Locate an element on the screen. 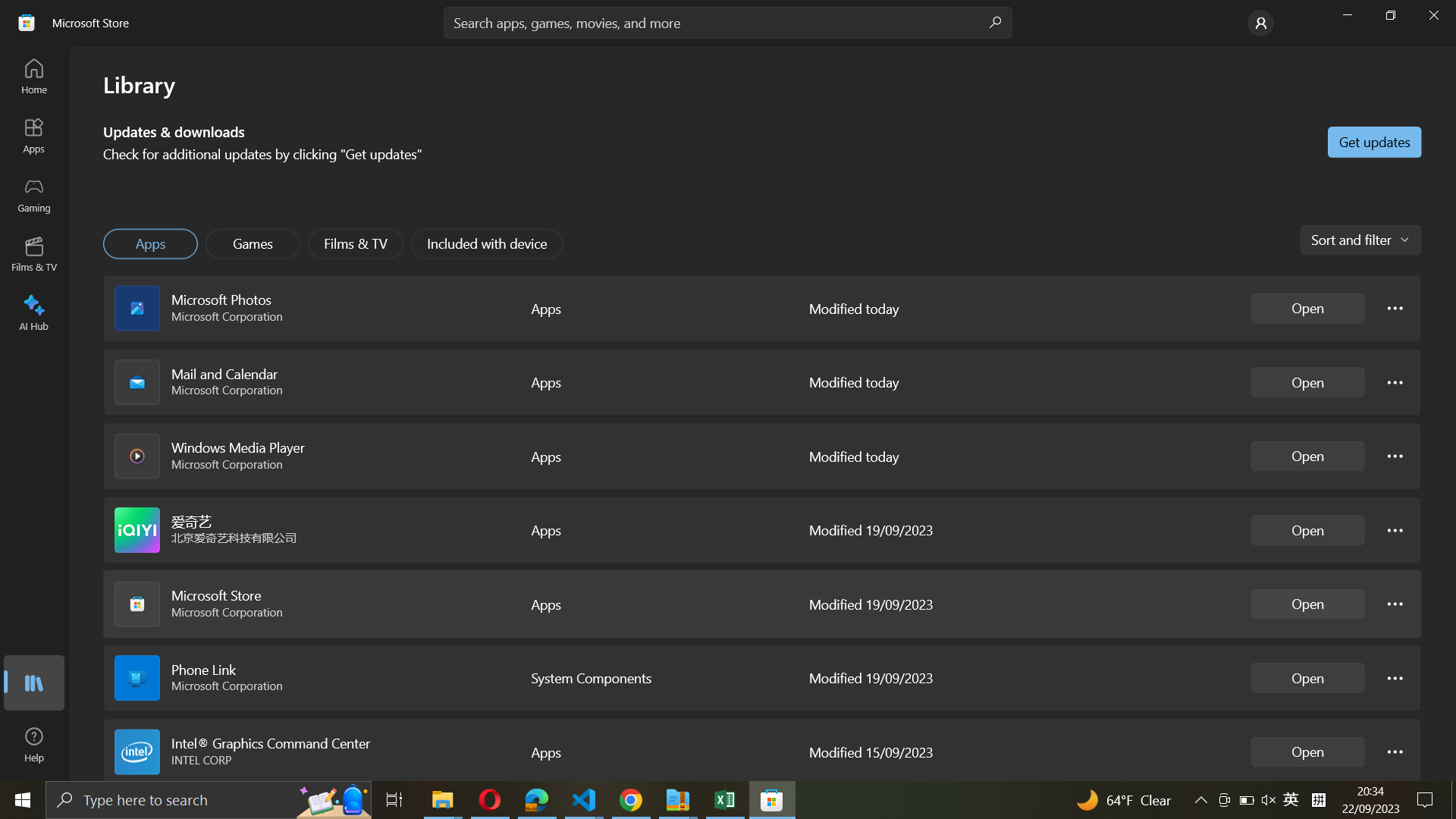 The width and height of the screenshot is (1456, 819). the Phone linking options is located at coordinates (1395, 676).